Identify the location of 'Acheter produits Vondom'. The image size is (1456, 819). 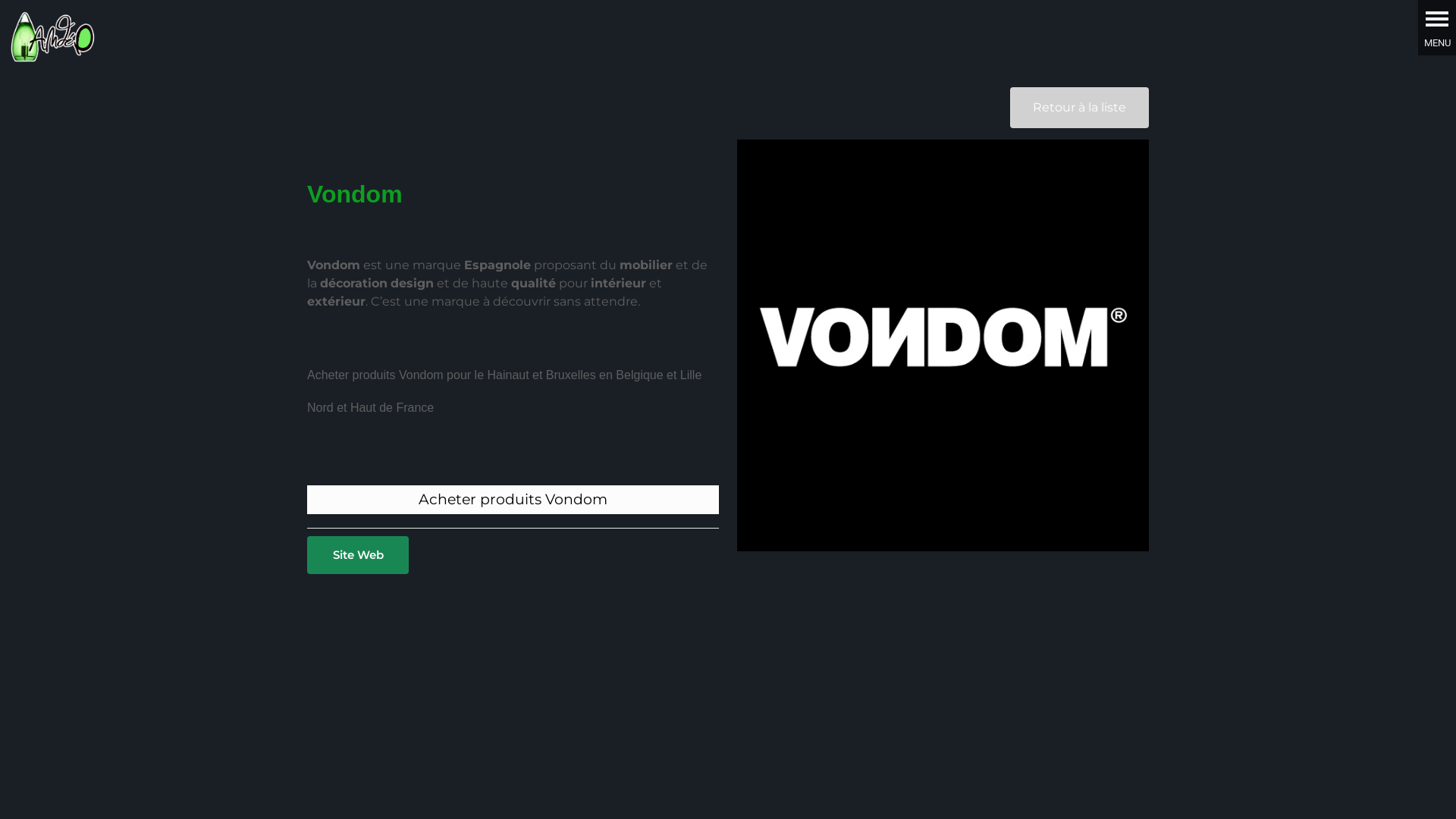
(419, 499).